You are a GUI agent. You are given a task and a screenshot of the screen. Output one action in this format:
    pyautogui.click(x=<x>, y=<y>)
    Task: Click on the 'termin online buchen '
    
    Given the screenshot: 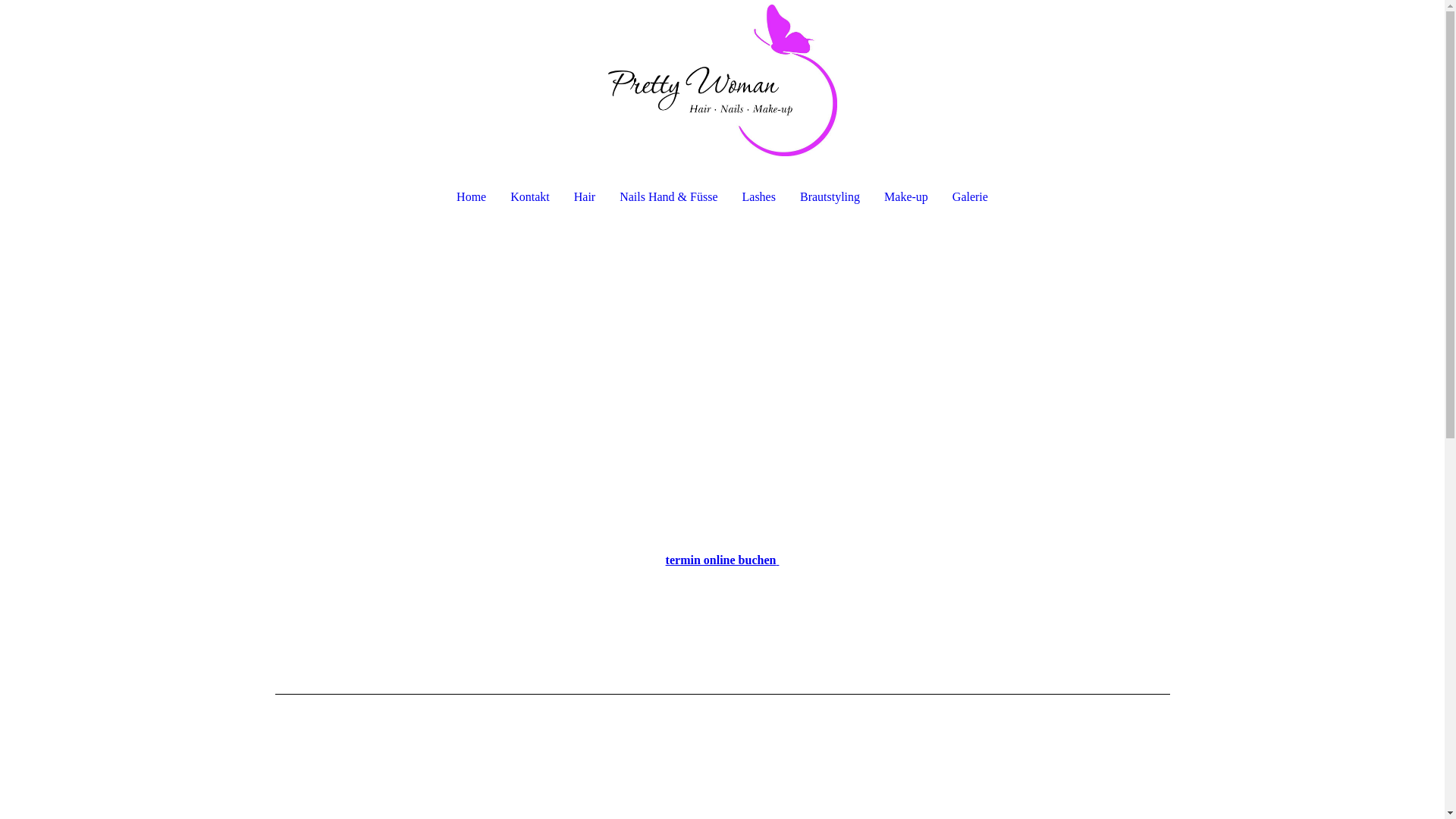 What is the action you would take?
    pyautogui.click(x=722, y=560)
    